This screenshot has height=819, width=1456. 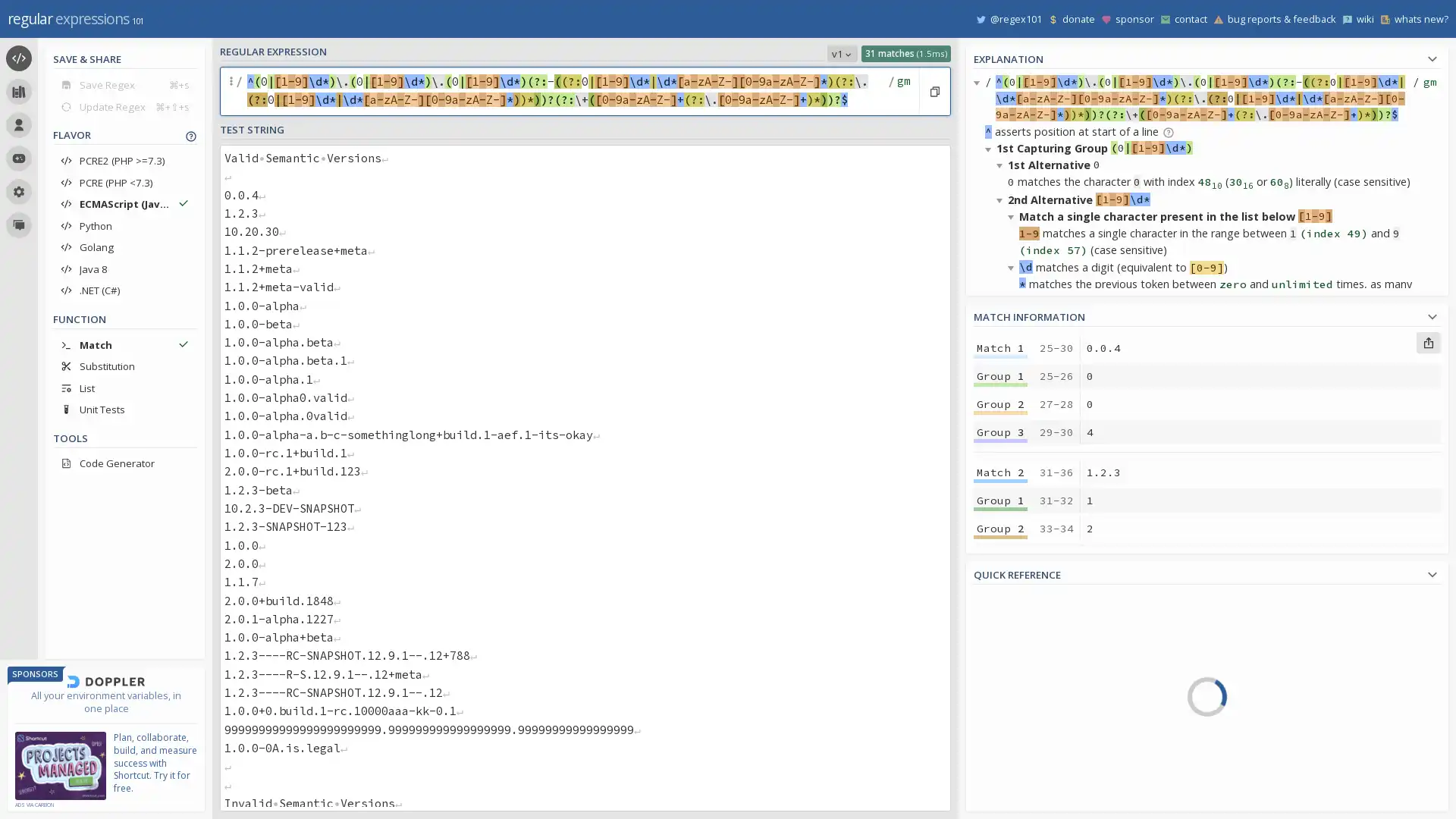 I want to click on Collapse Subtree, so click(x=1002, y=353).